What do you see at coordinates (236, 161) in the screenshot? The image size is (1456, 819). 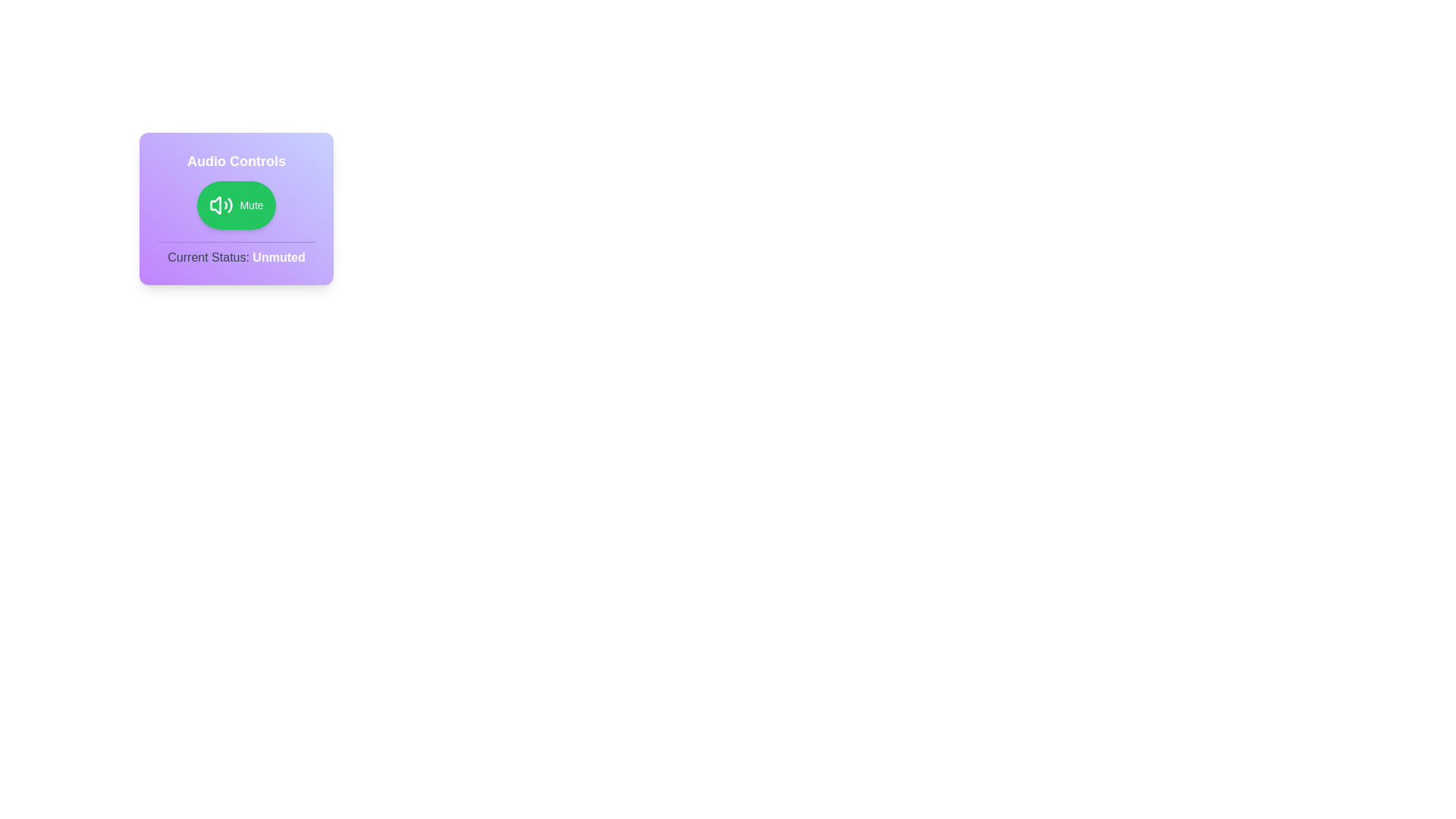 I see `the center of the title text 'Audio Controls' to focus on it` at bounding box center [236, 161].